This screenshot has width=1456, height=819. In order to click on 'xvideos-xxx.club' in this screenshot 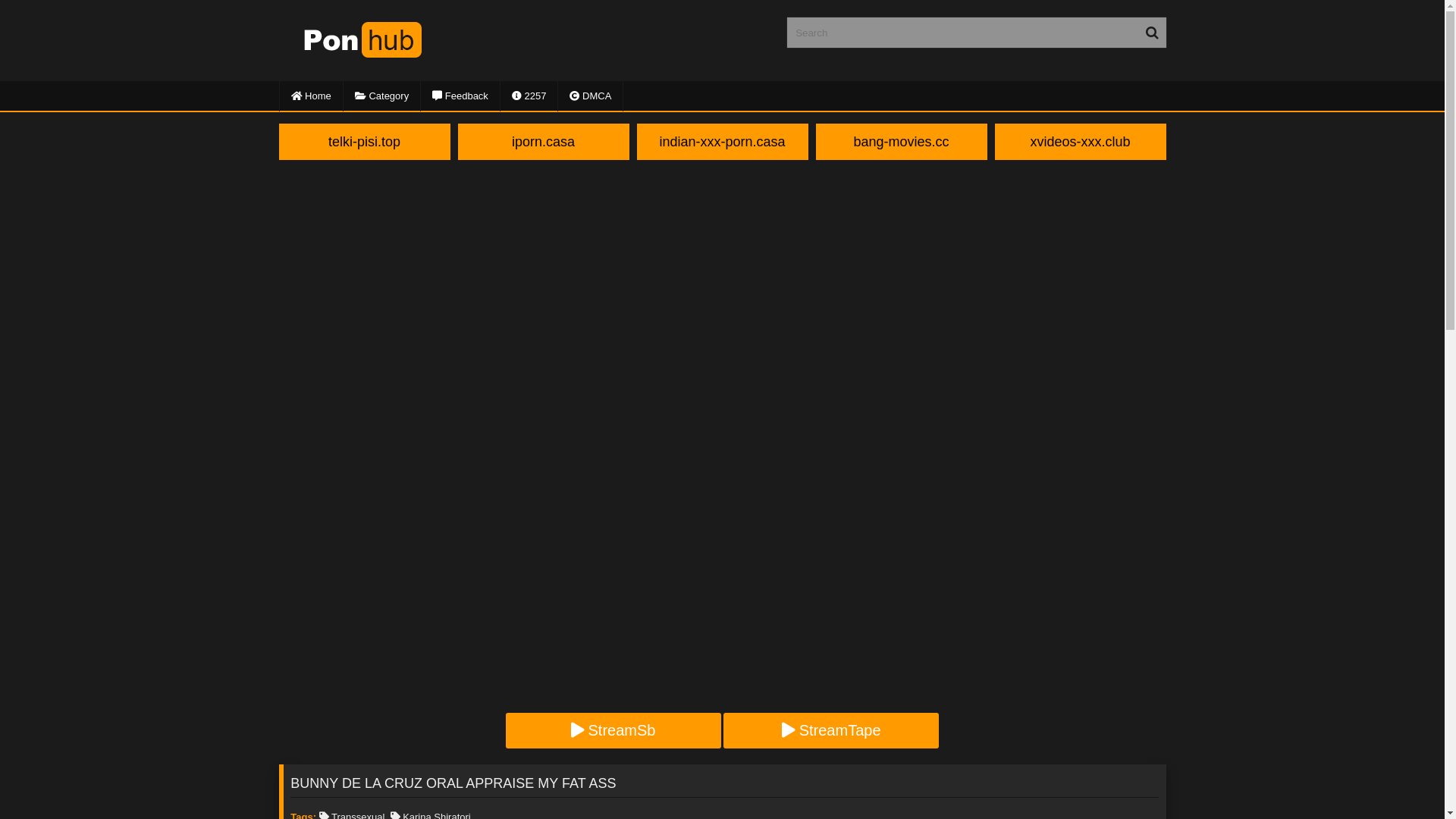, I will do `click(1080, 141)`.